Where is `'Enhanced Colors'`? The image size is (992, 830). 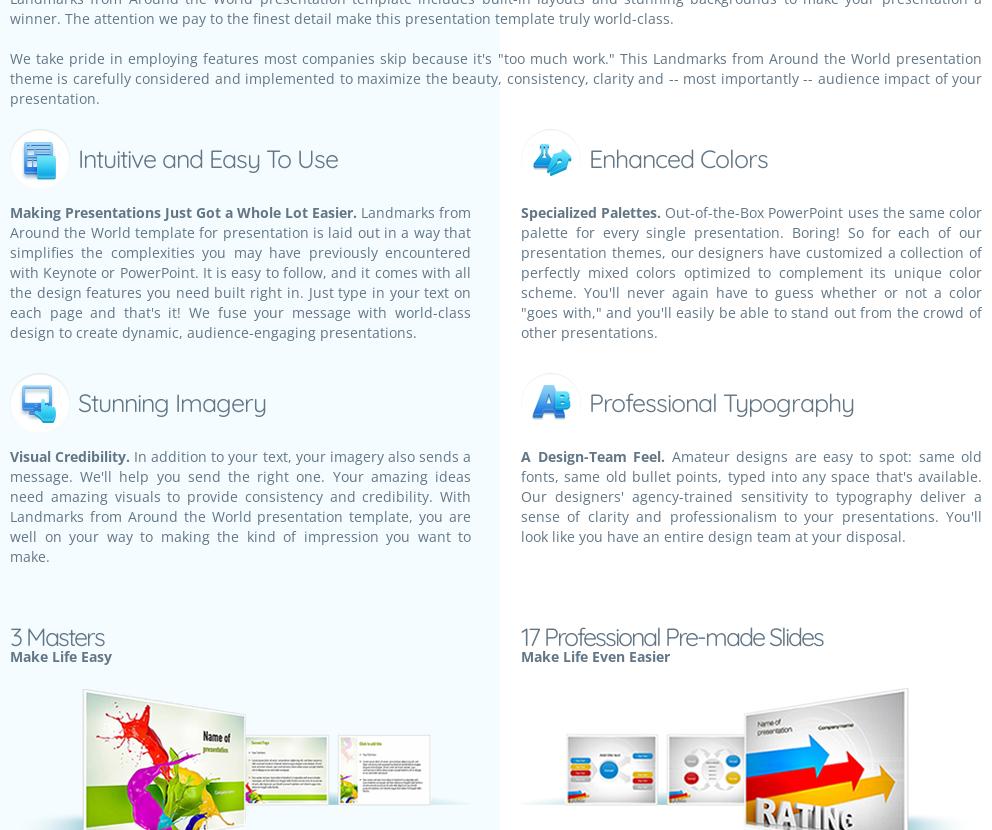 'Enhanced Colors' is located at coordinates (677, 157).